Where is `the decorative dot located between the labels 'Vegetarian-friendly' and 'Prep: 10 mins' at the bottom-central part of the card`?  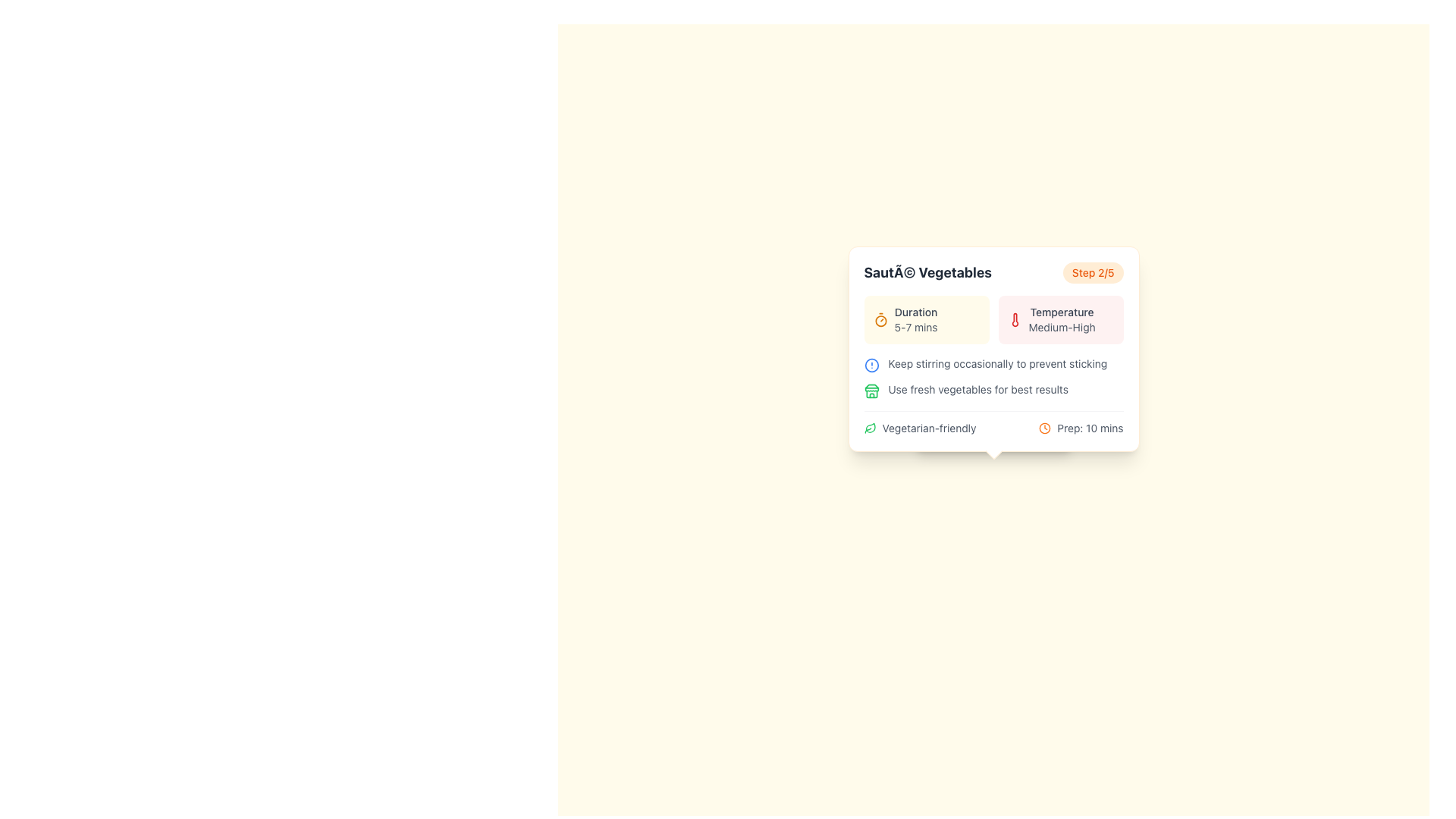
the decorative dot located between the labels 'Vegetarian-friendly' and 'Prep: 10 mins' at the bottom-central part of the card is located at coordinates (993, 433).